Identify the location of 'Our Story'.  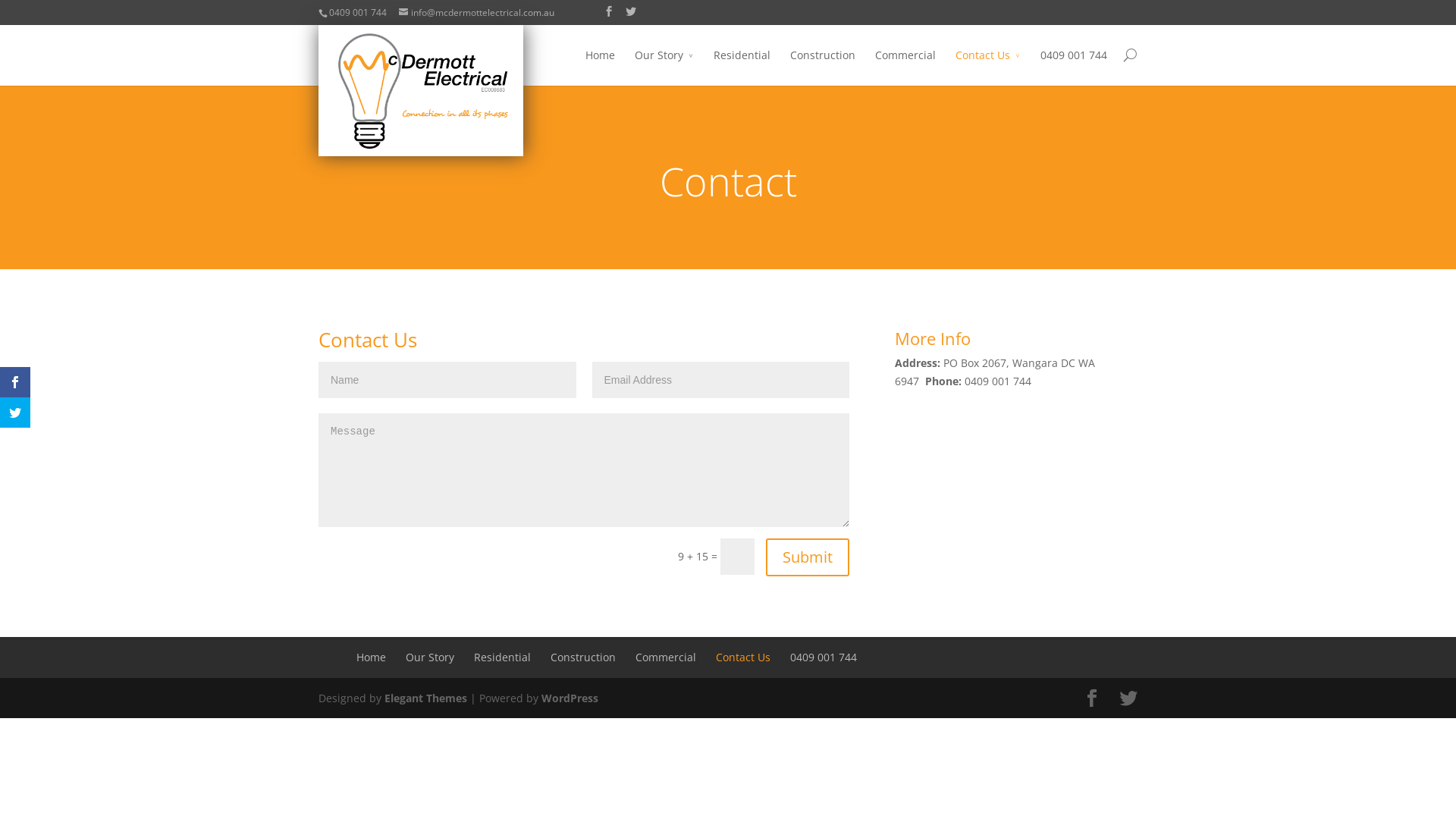
(664, 65).